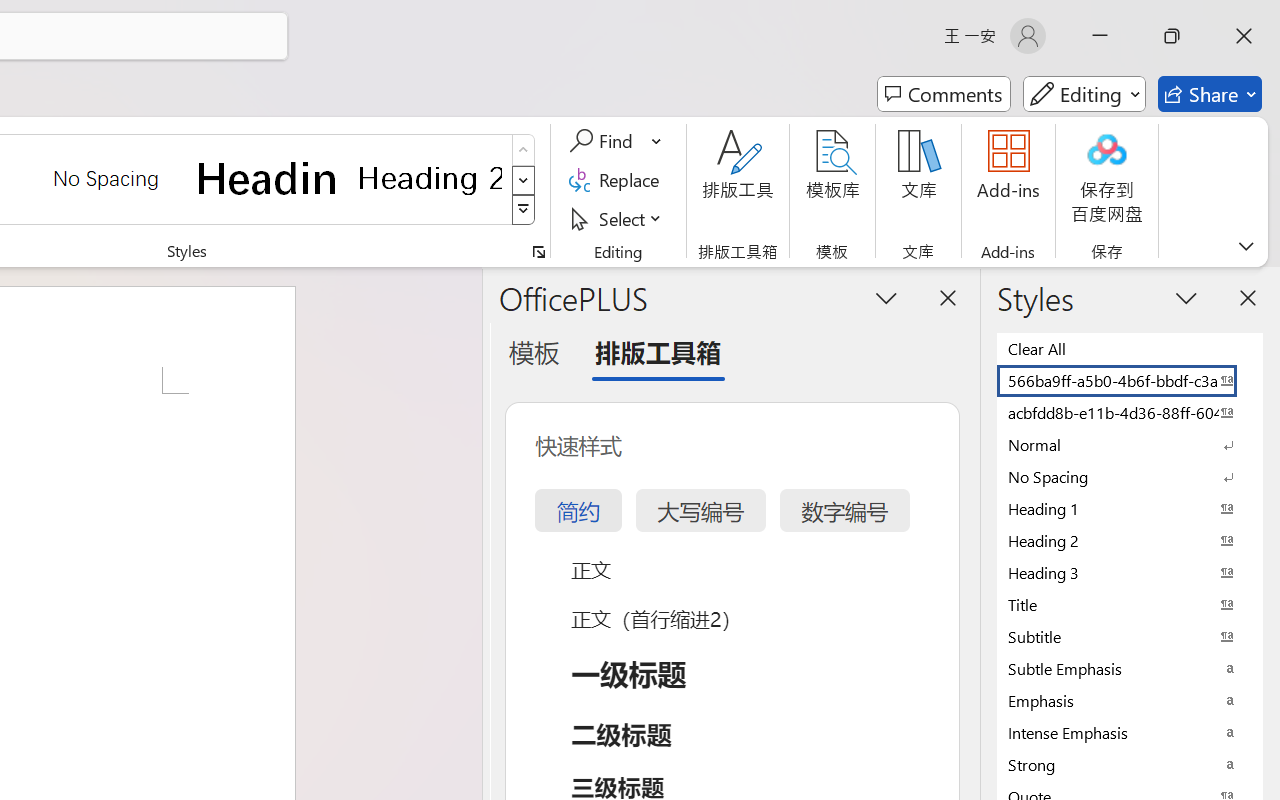 This screenshot has height=800, width=1280. What do you see at coordinates (1083, 94) in the screenshot?
I see `'Mode'` at bounding box center [1083, 94].